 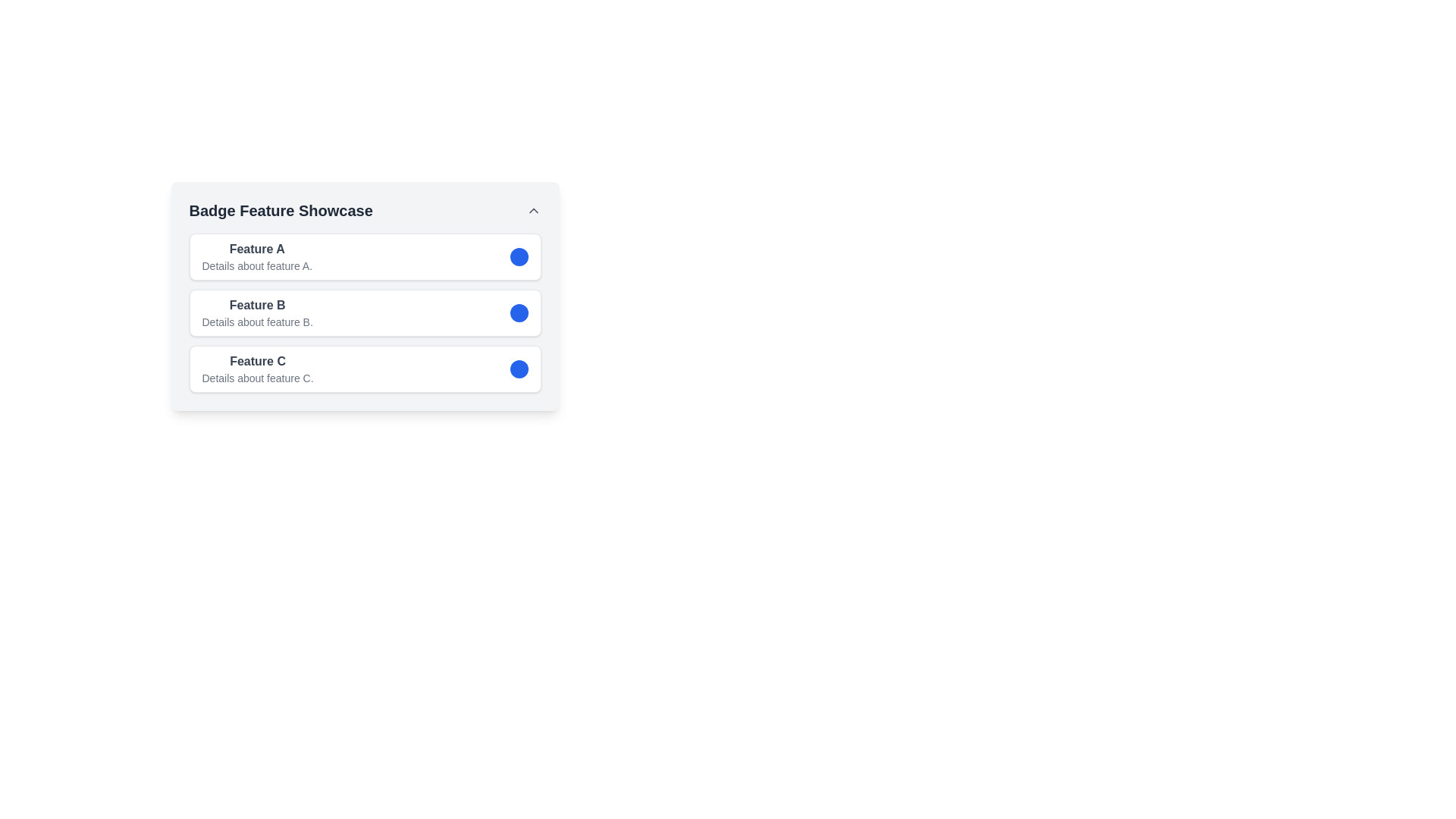 What do you see at coordinates (365, 210) in the screenshot?
I see `the Dropdown header` at bounding box center [365, 210].